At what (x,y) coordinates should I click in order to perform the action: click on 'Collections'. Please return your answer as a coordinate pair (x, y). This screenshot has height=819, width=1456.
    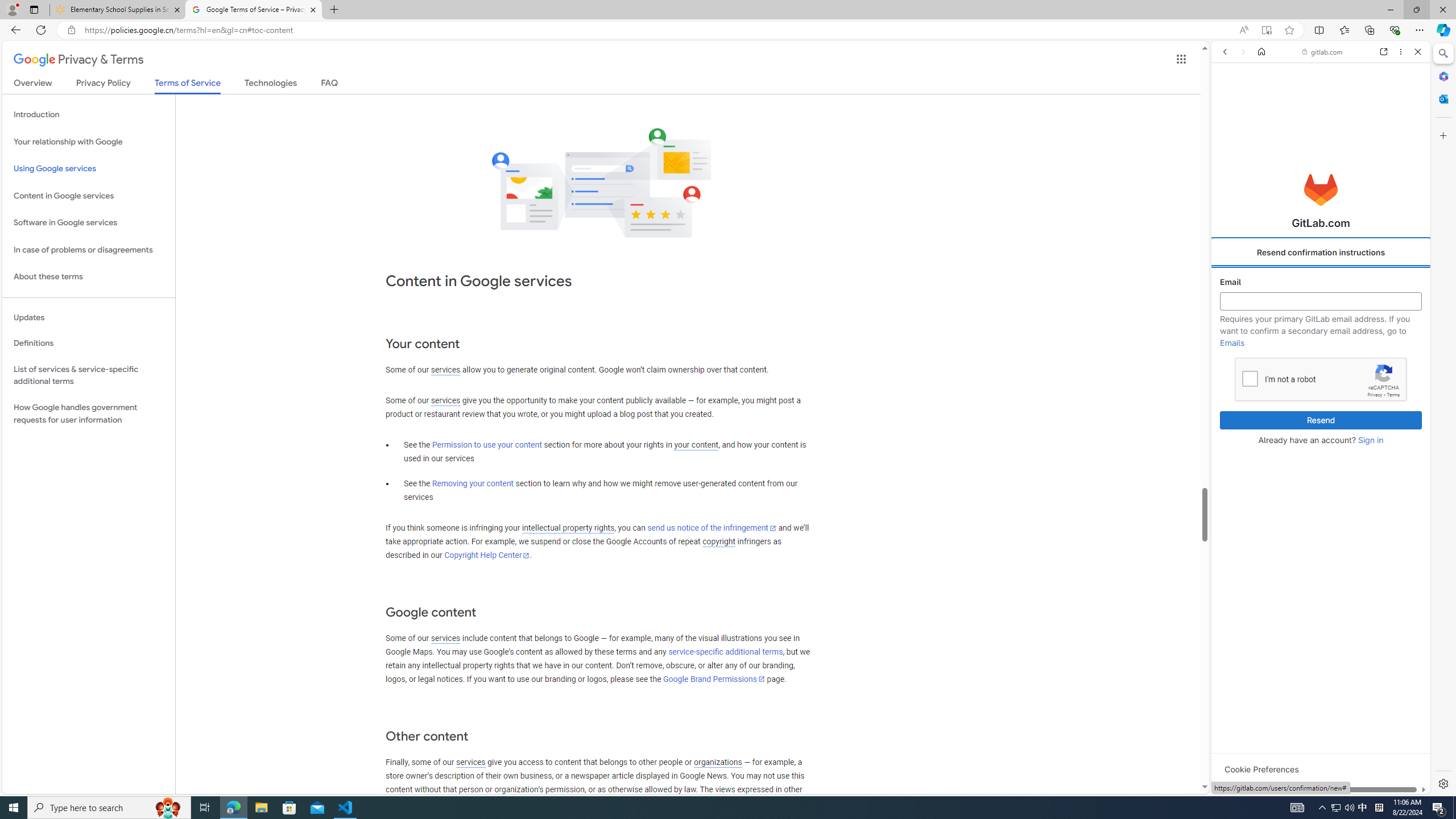
    Looking at the image, I should click on (1368, 29).